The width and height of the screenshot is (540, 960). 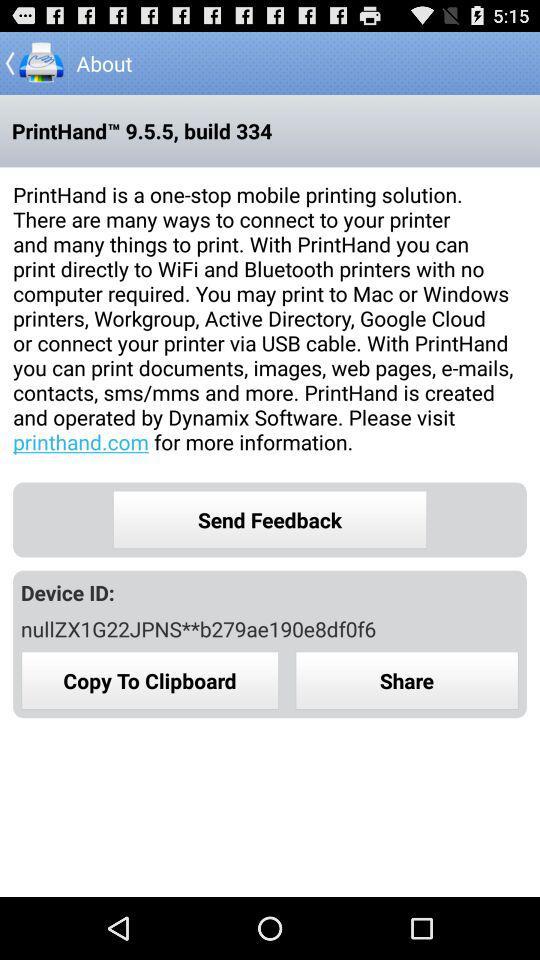 What do you see at coordinates (149, 680) in the screenshot?
I see `the icon at the bottom left corner` at bounding box center [149, 680].